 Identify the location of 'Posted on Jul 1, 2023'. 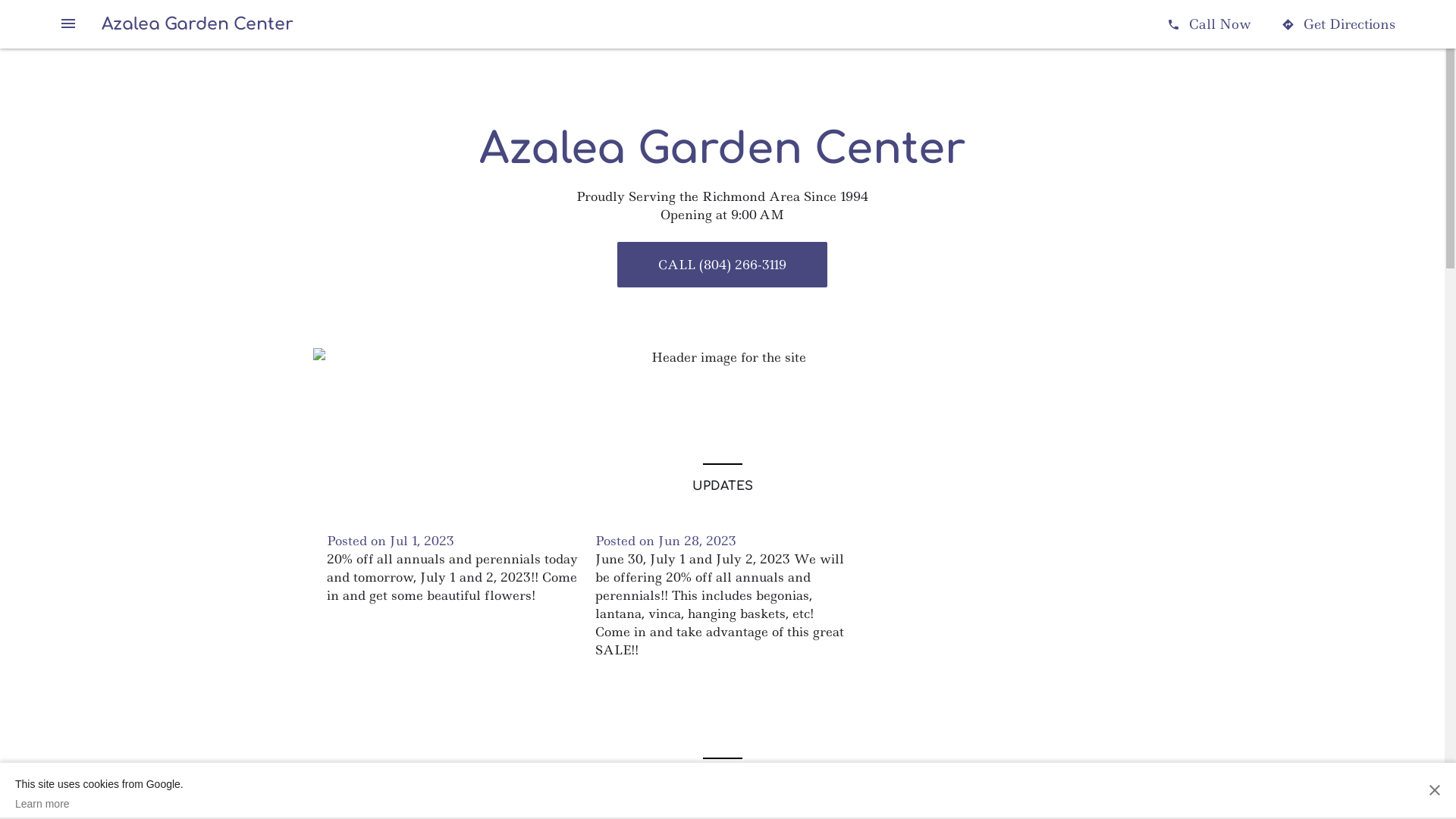
(389, 540).